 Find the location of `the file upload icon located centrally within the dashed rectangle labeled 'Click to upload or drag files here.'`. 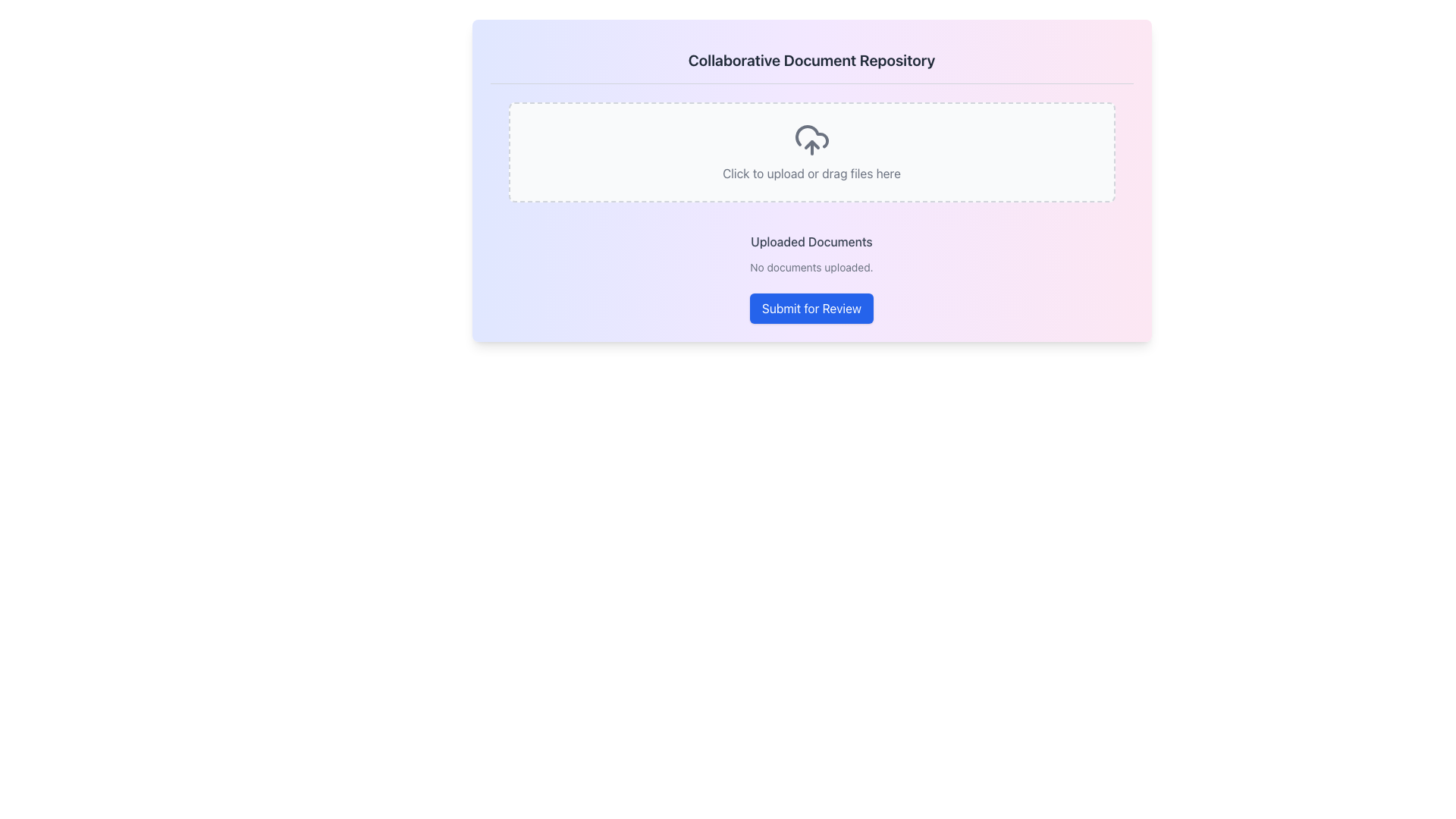

the file upload icon located centrally within the dashed rectangle labeled 'Click to upload or drag files here.' is located at coordinates (811, 140).